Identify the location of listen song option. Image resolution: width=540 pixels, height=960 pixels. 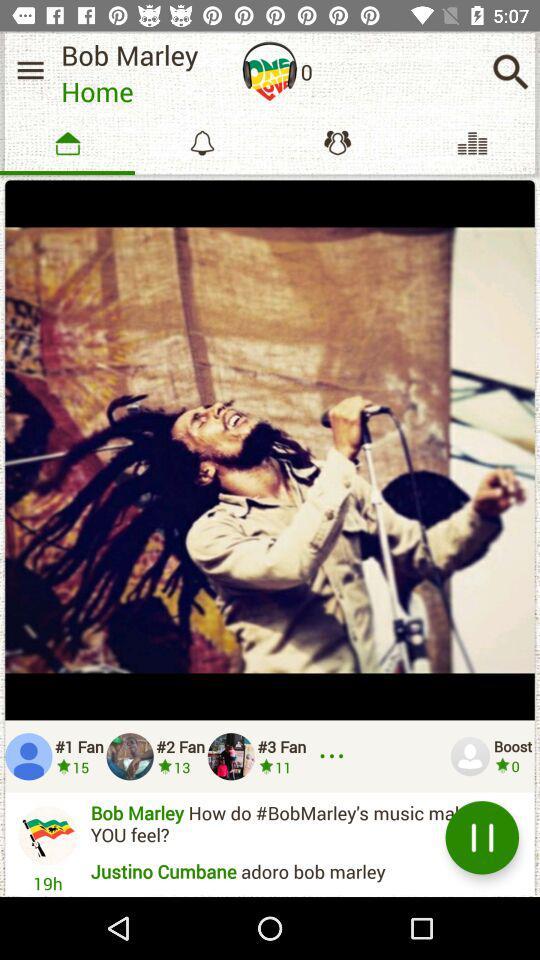
(270, 71).